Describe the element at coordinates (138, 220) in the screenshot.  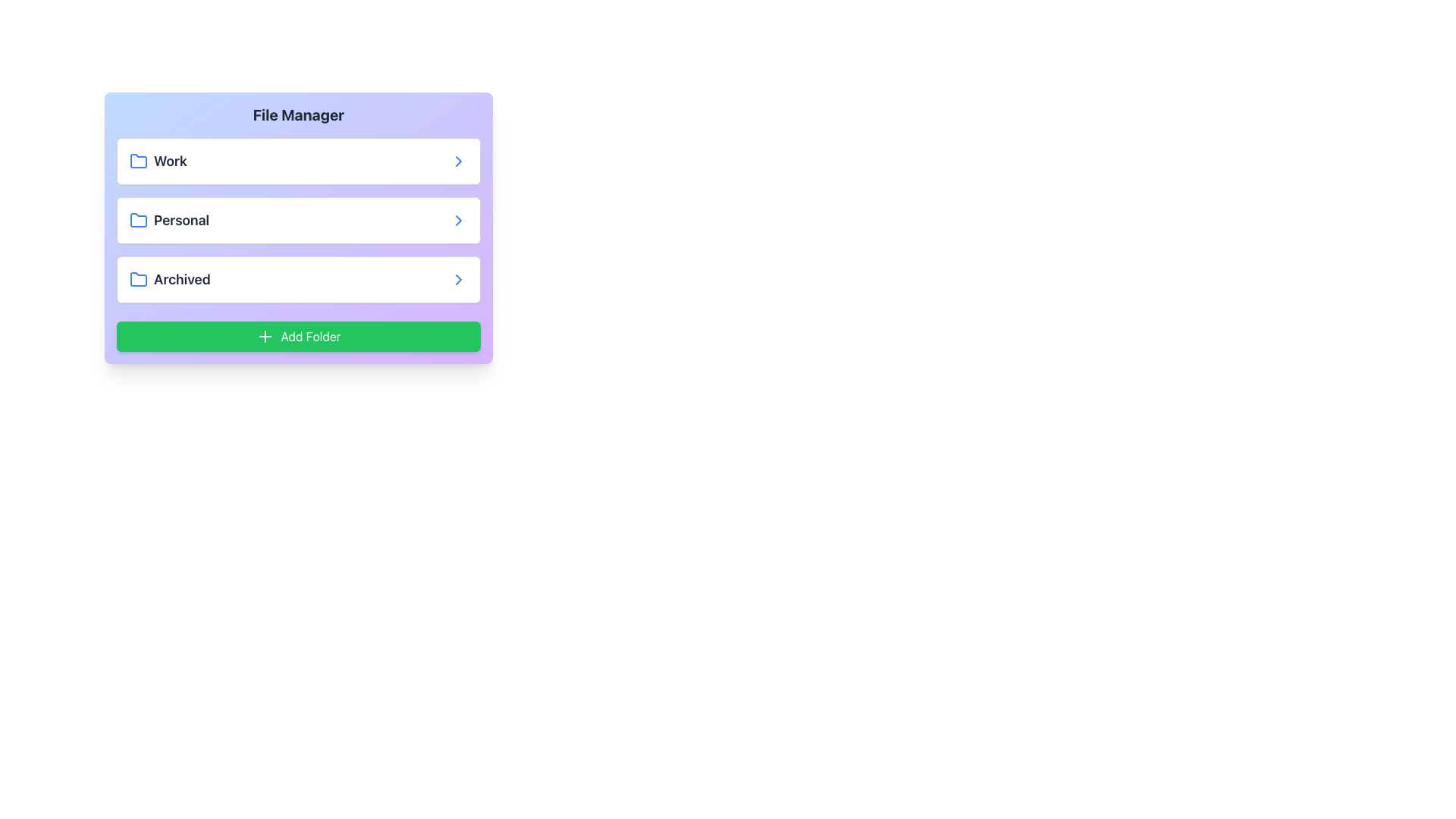
I see `the blue folder icon at the beginning of the 'Personal' list item in the 'File Manager' interface` at that location.